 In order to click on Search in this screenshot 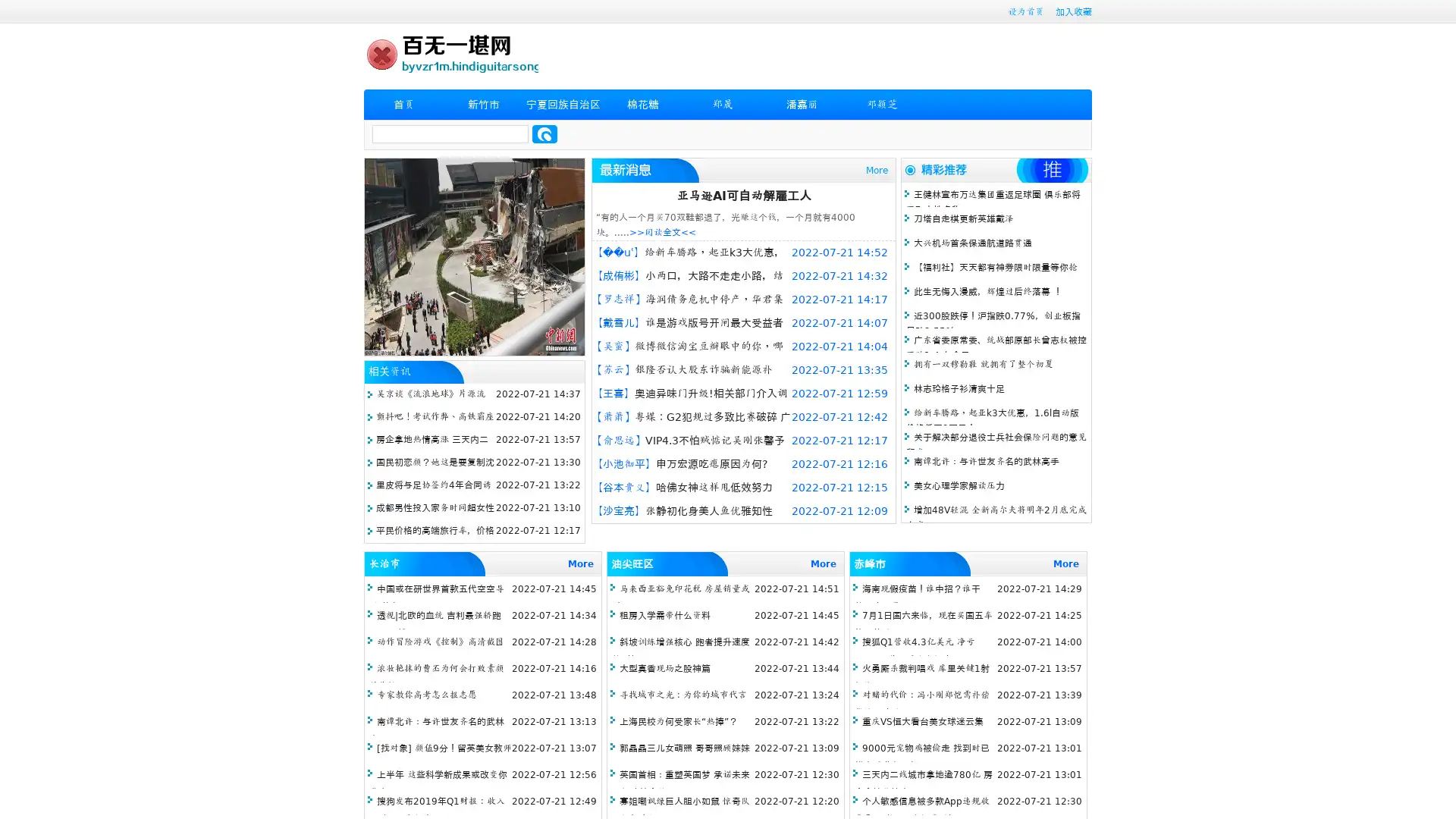, I will do `click(544, 133)`.